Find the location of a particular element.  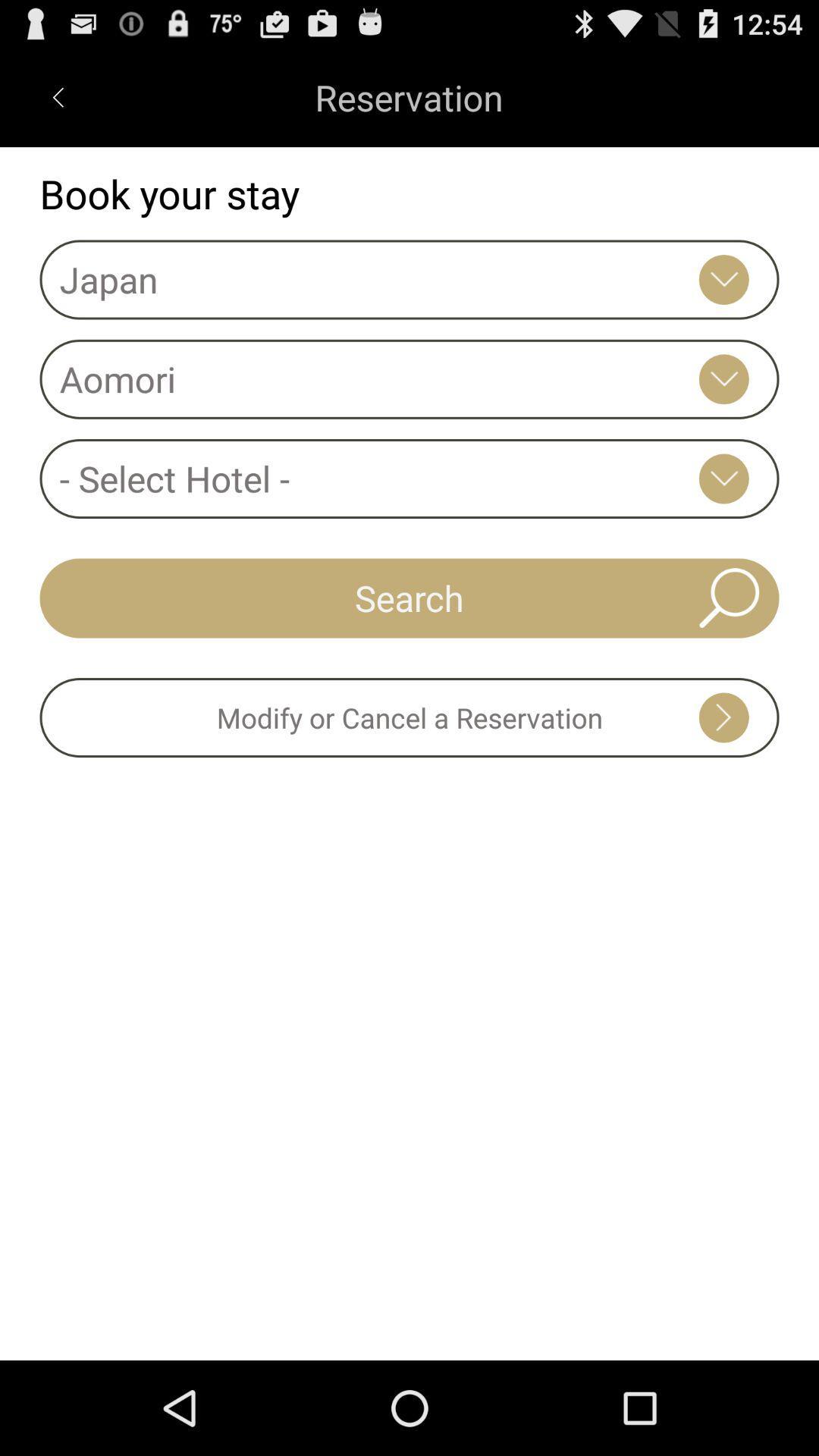

icon to the left of the reservation app is located at coordinates (57, 96).